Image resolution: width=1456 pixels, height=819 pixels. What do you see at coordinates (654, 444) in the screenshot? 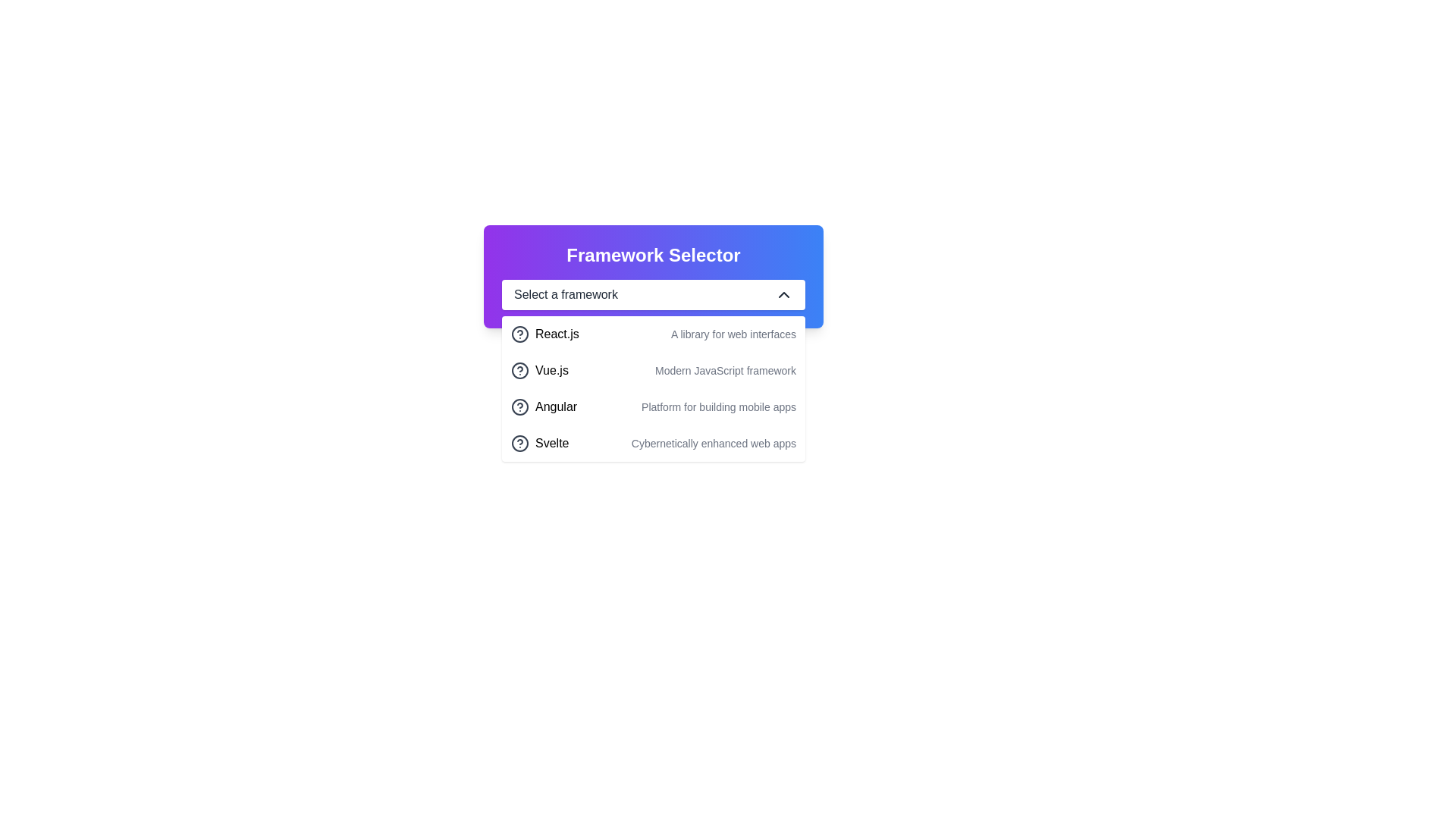
I see `the 'Svelte' option in the dropdown menu located below 'Angular', 'Vue.js', and 'React.js'` at bounding box center [654, 444].